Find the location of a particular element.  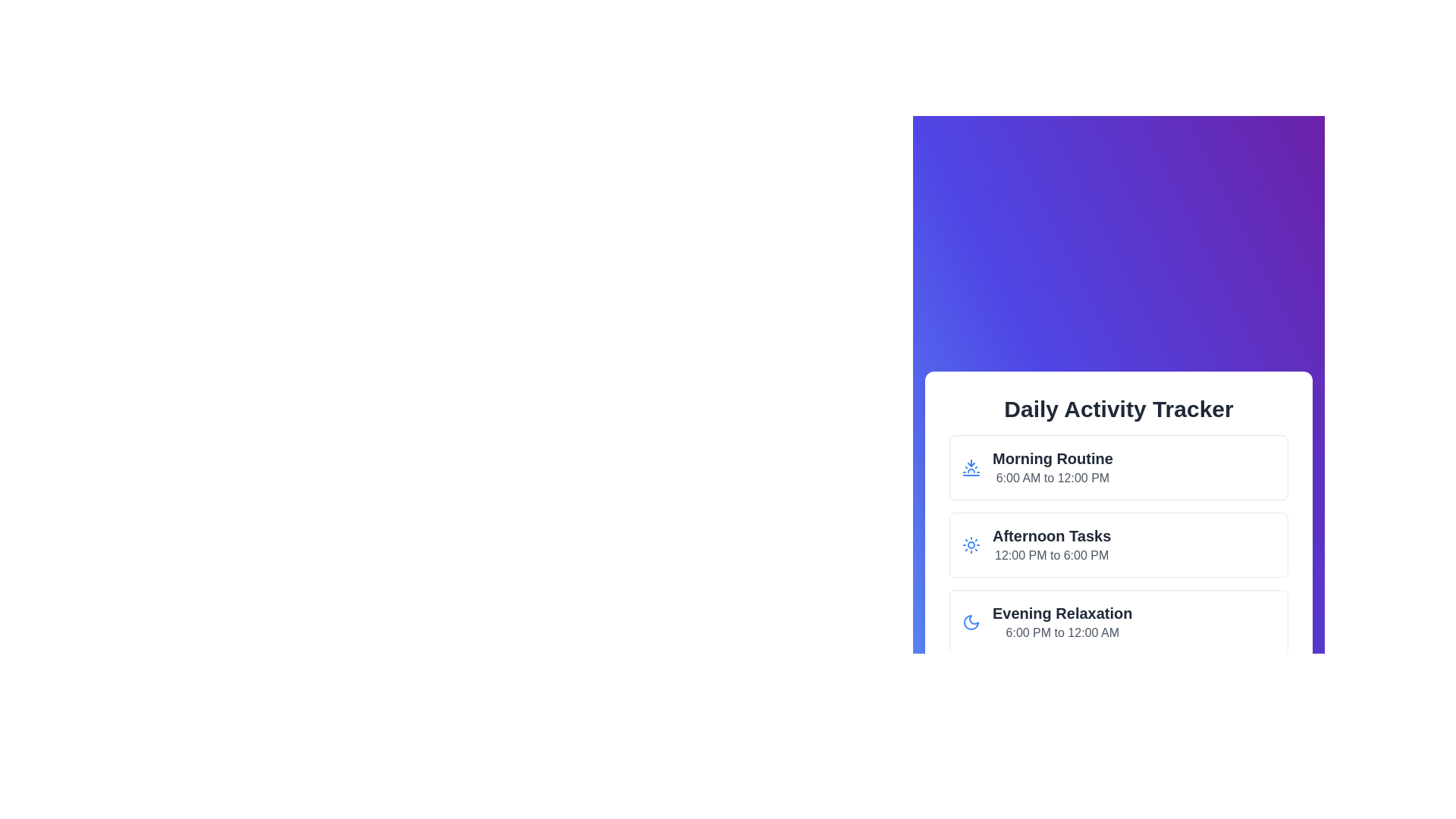

the text label indicating the time range for 'Evening Relaxation', which is located below the title text in the same section is located at coordinates (1062, 632).